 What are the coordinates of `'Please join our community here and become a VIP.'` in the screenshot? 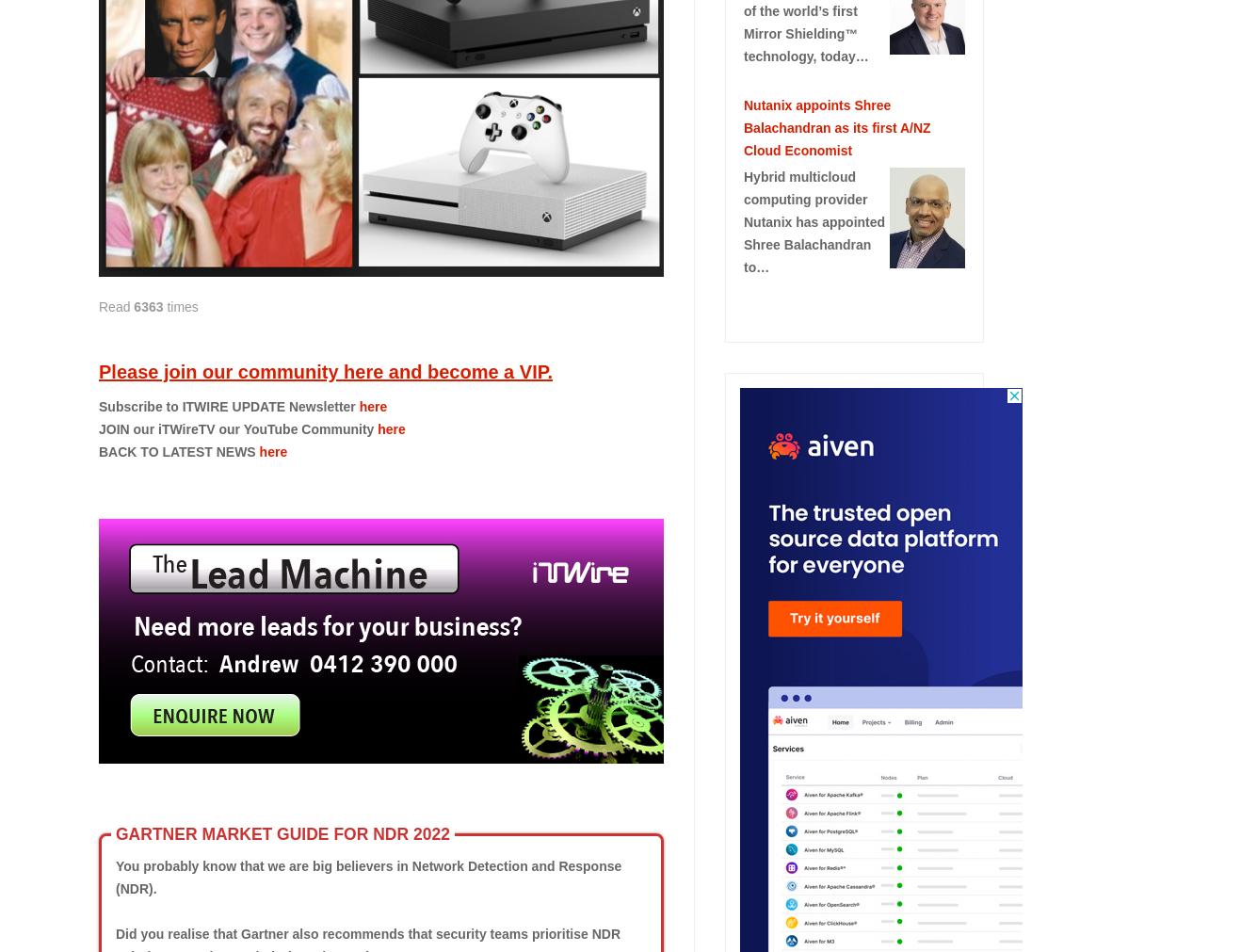 It's located at (326, 369).